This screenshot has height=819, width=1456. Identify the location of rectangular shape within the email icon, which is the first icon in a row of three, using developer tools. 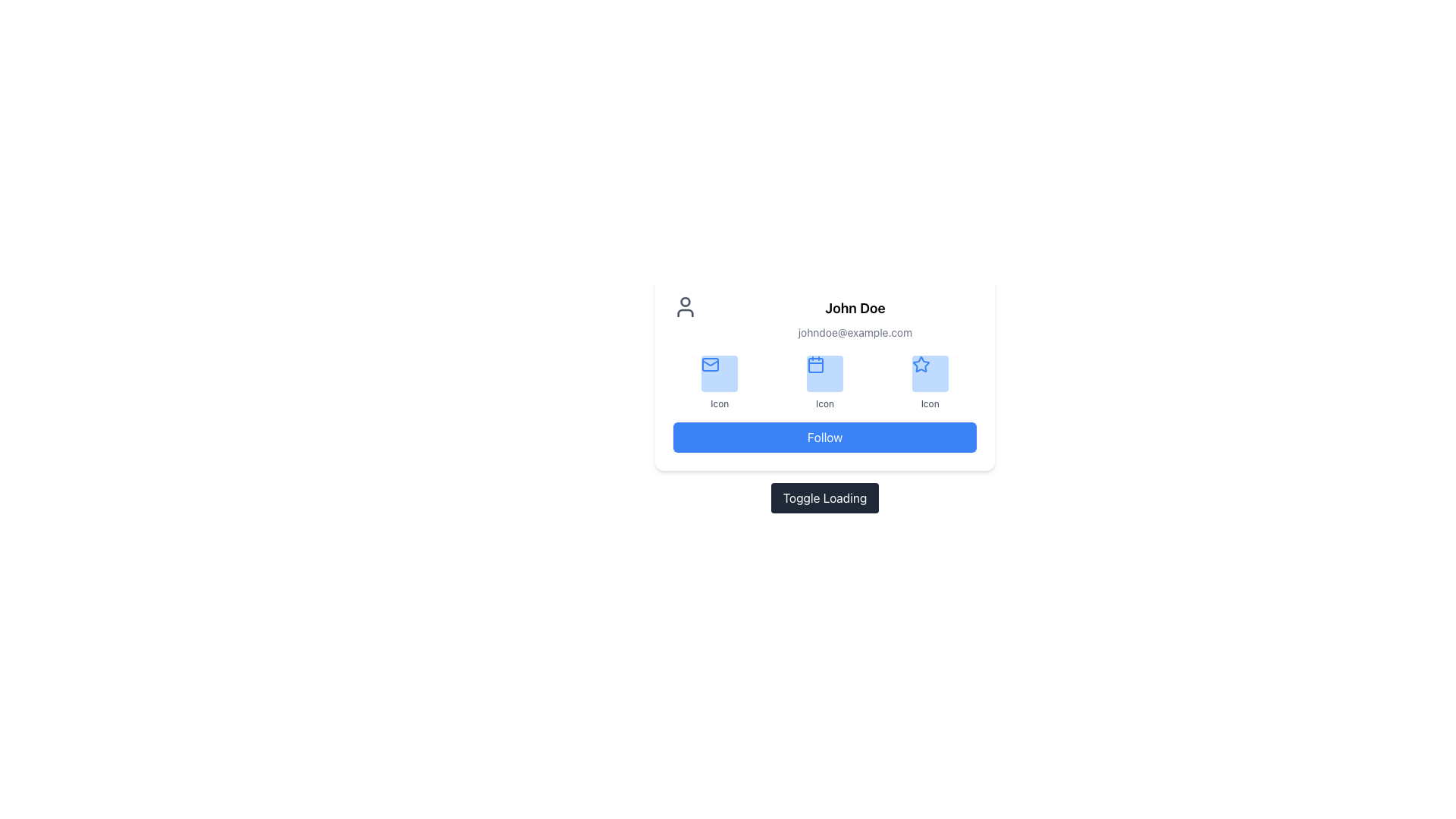
(710, 365).